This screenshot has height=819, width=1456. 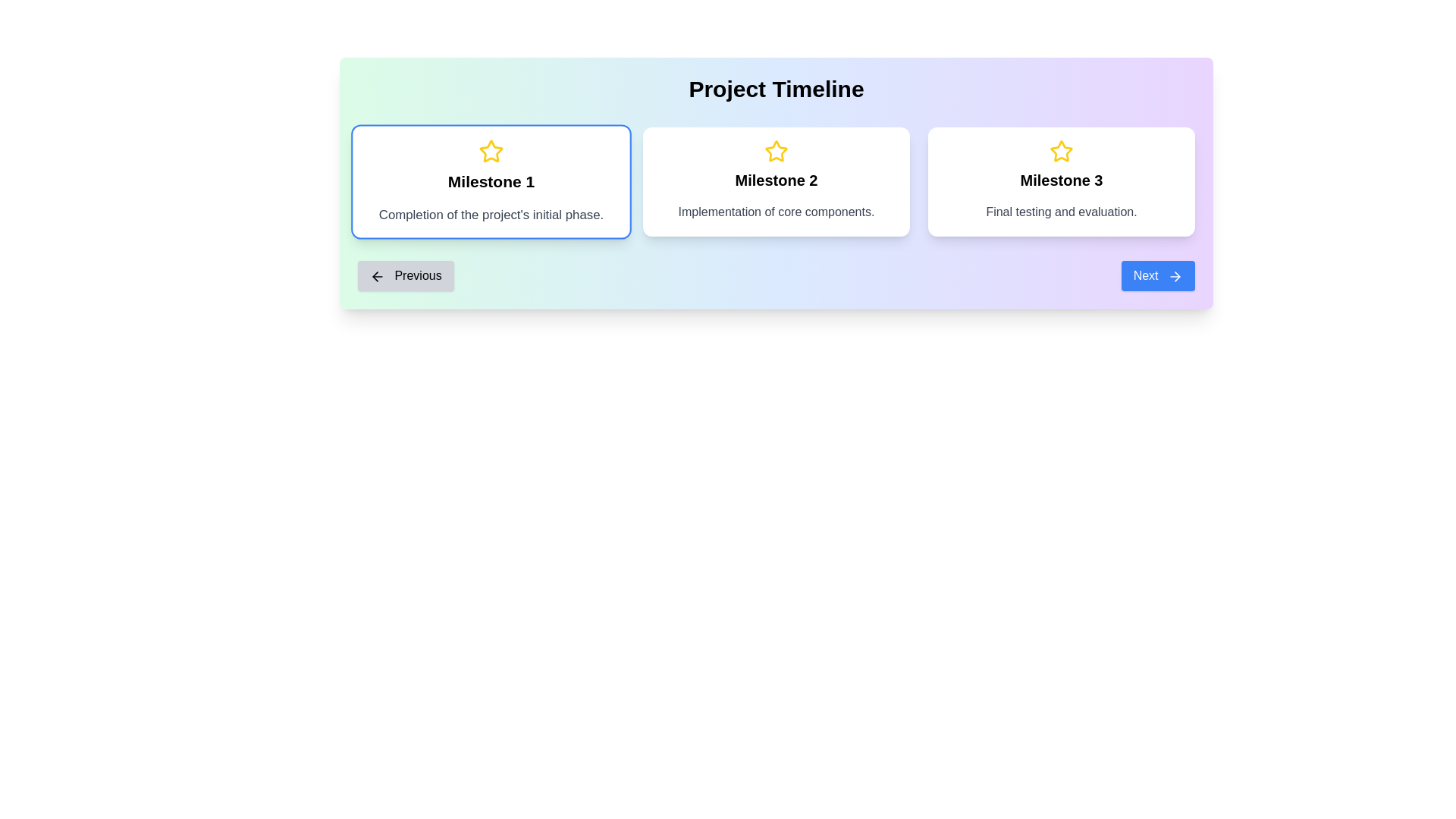 What do you see at coordinates (1061, 212) in the screenshot?
I see `the static text displaying 'Final testing and evaluation.' which is located beneath the 'Milestone 3' title and a yellow star icon within a white card` at bounding box center [1061, 212].